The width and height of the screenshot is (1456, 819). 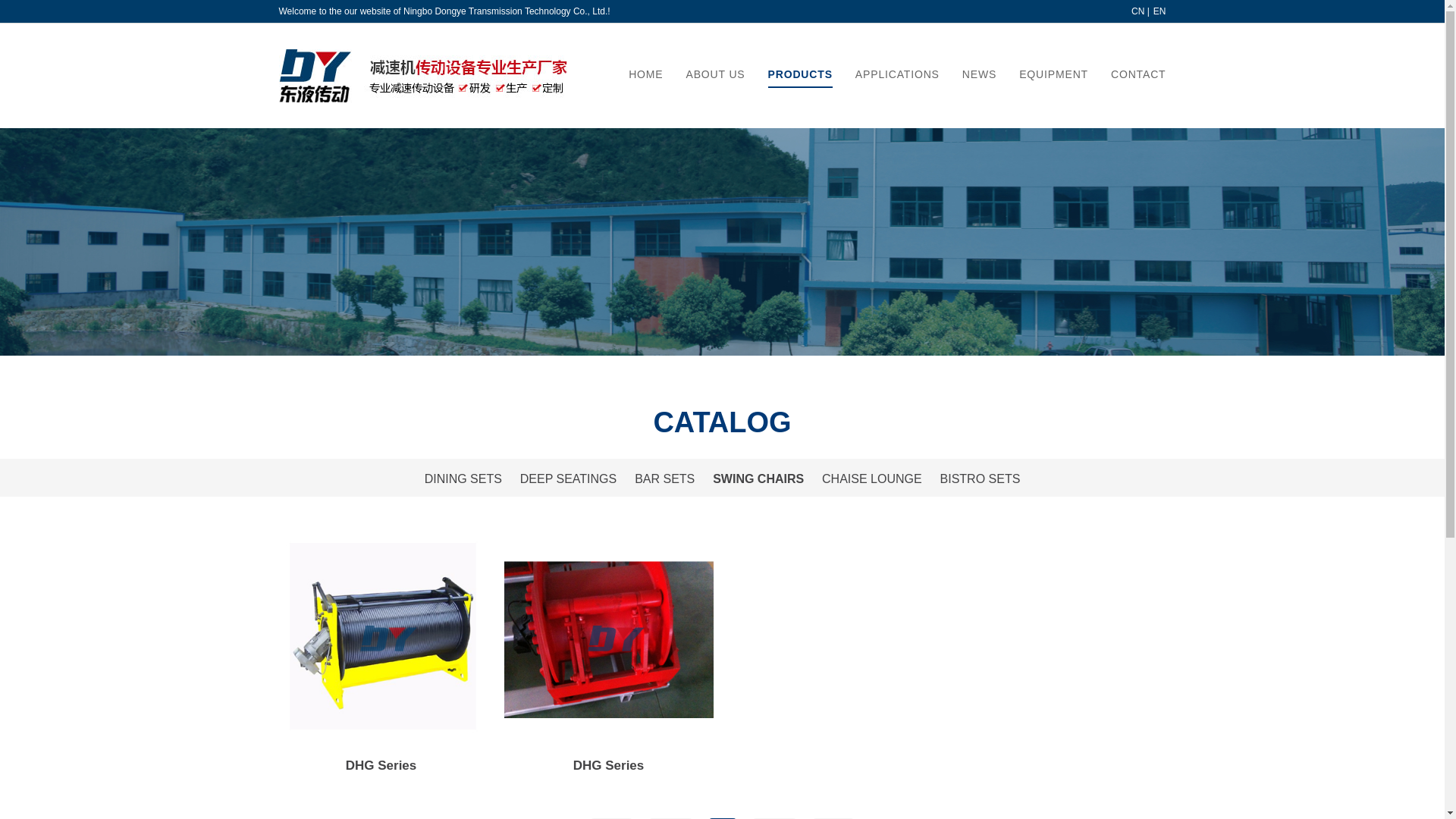 What do you see at coordinates (799, 74) in the screenshot?
I see `'PRODUCTS'` at bounding box center [799, 74].